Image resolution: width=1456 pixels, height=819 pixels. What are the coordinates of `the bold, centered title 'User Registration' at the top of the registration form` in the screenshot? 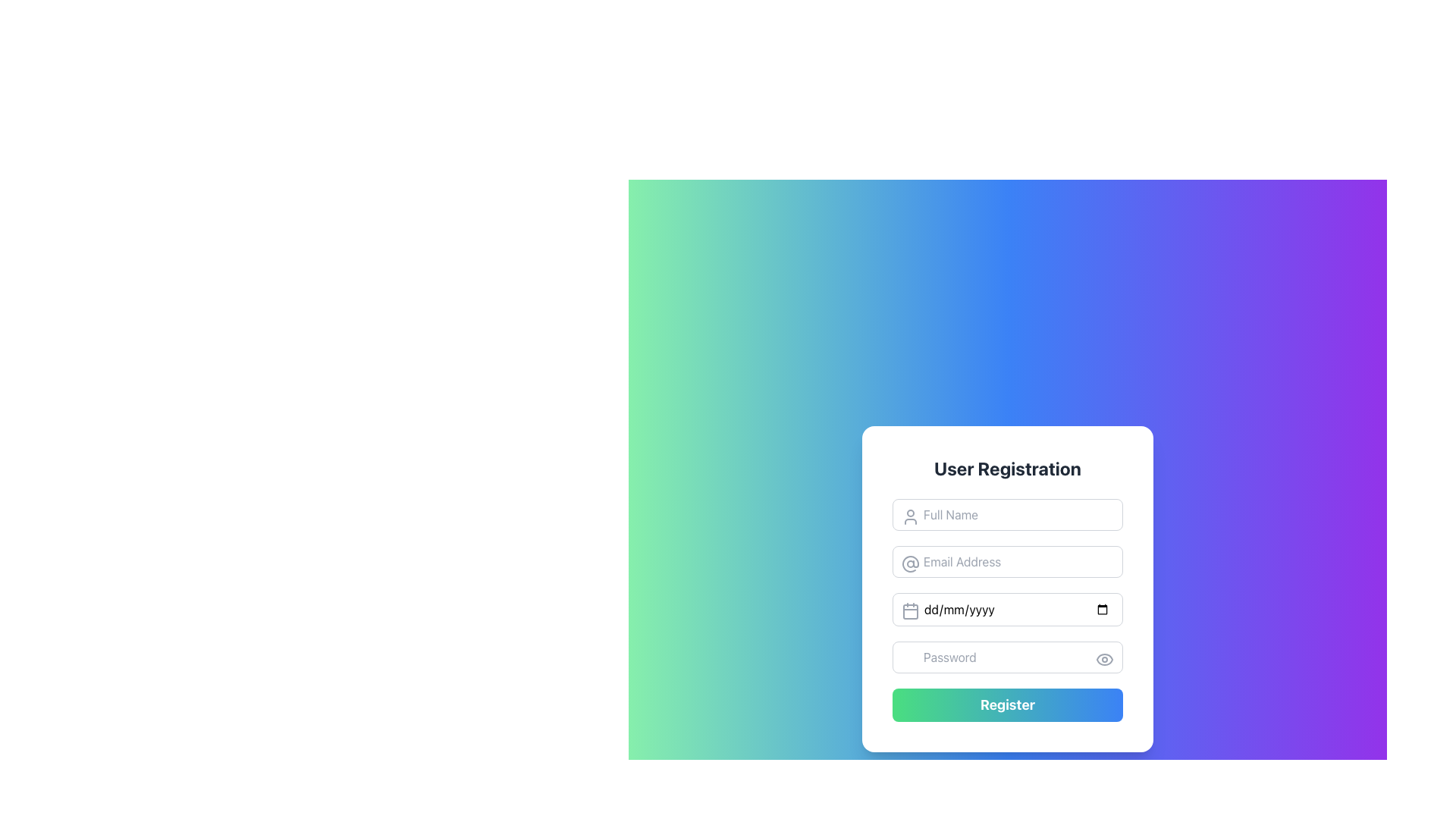 It's located at (1008, 467).